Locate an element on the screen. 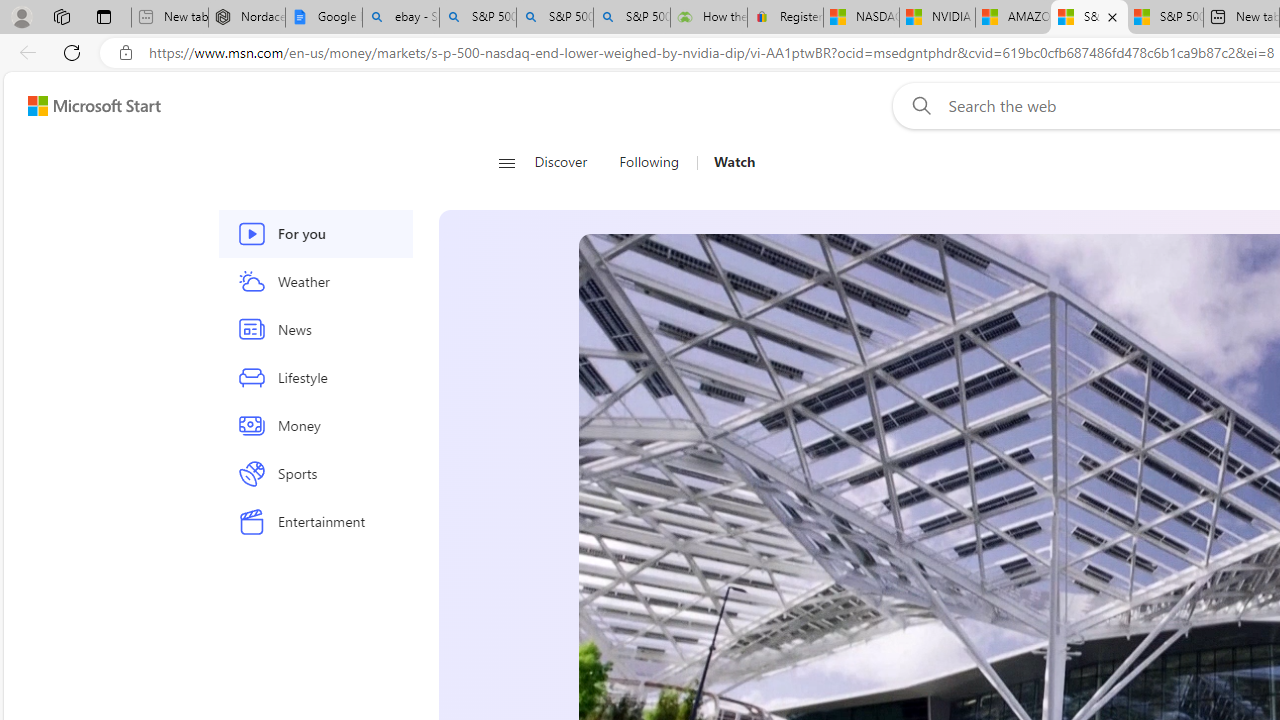 This screenshot has height=720, width=1280. 'Skip to footer' is located at coordinates (81, 105).